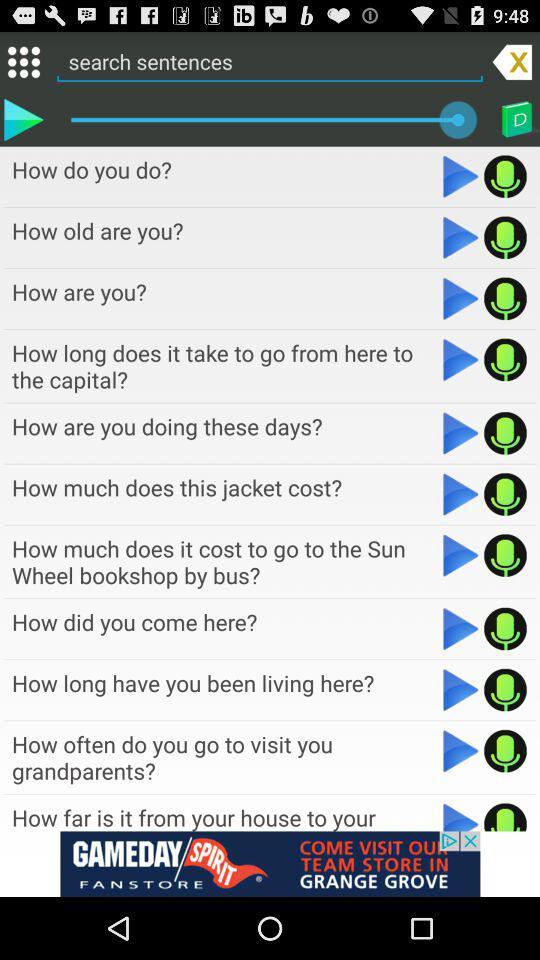  I want to click on play, so click(461, 628).